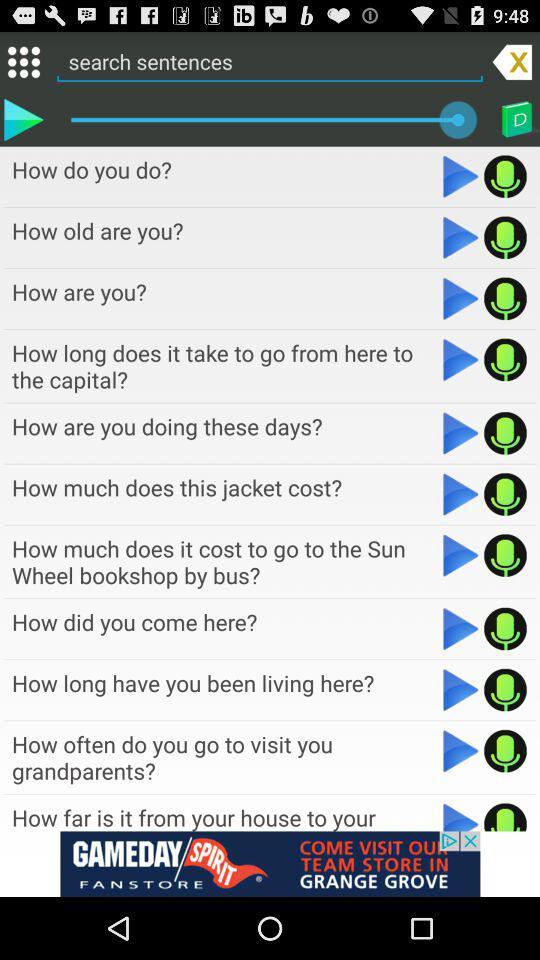  I want to click on play, so click(461, 628).